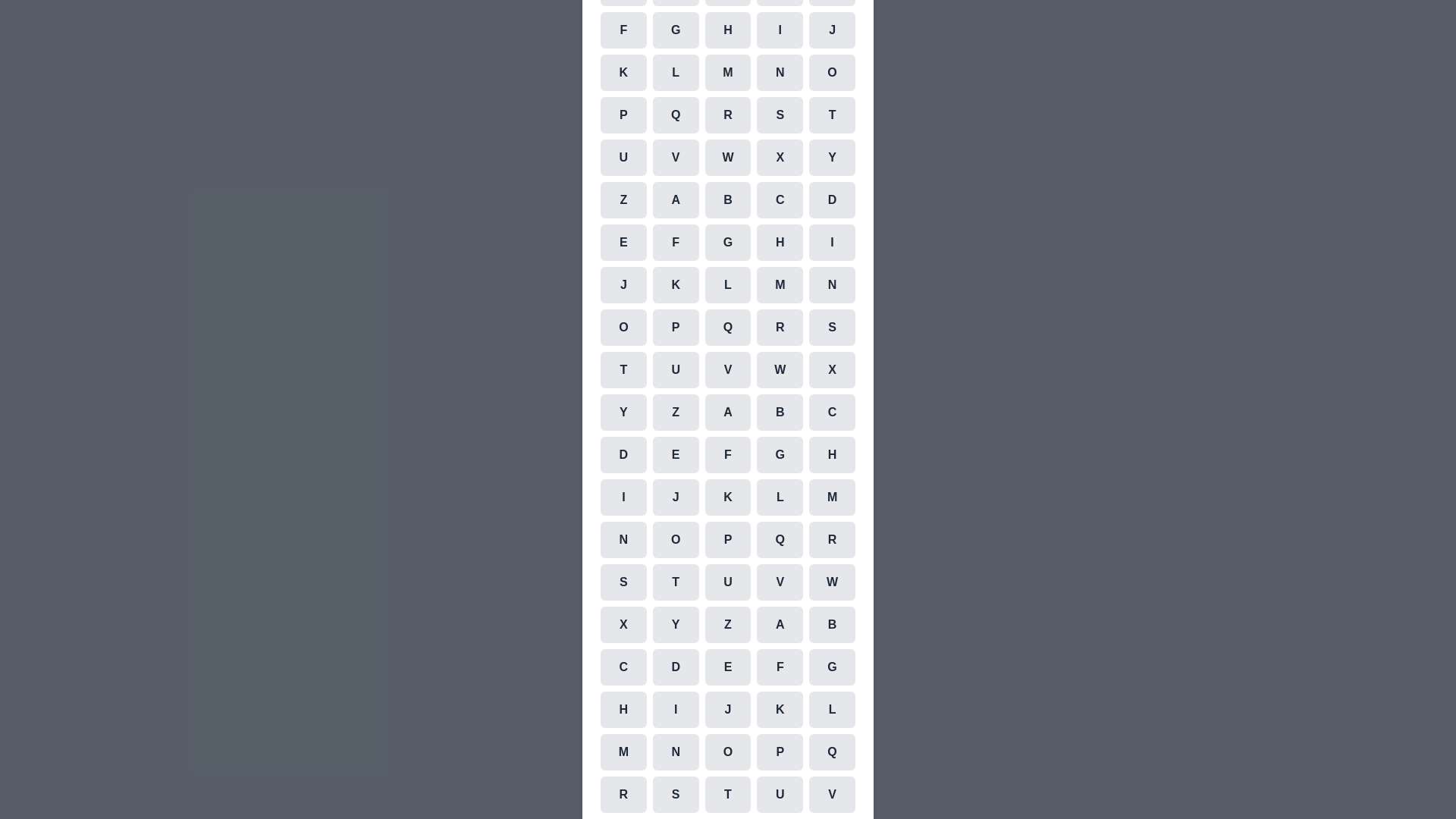 The width and height of the screenshot is (1456, 819). Describe the element at coordinates (728, 114) in the screenshot. I see `the cell representing the character R` at that location.